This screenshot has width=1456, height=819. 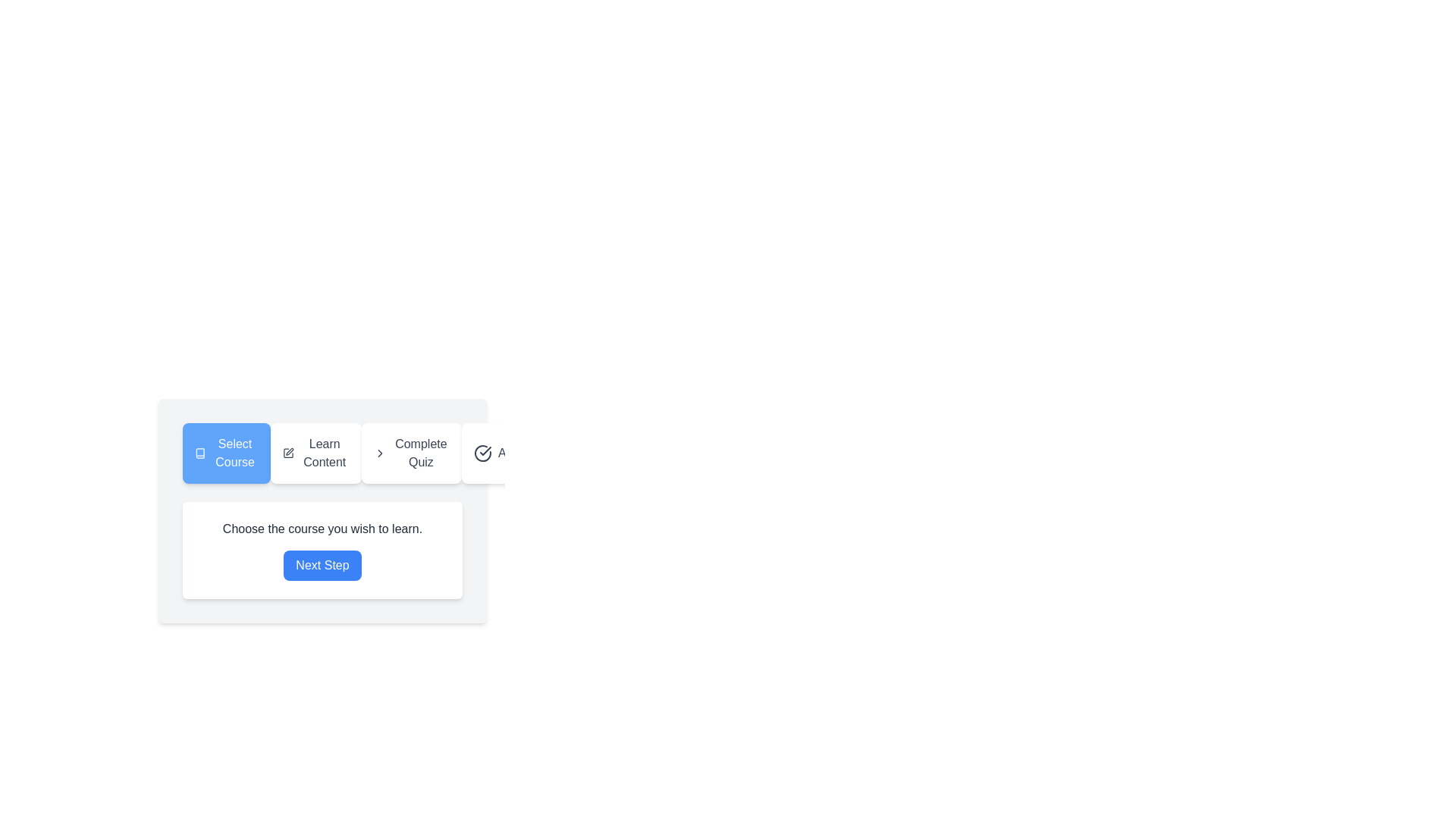 What do you see at coordinates (322, 565) in the screenshot?
I see `'Next Step' button to proceed to the next step in the course progress` at bounding box center [322, 565].